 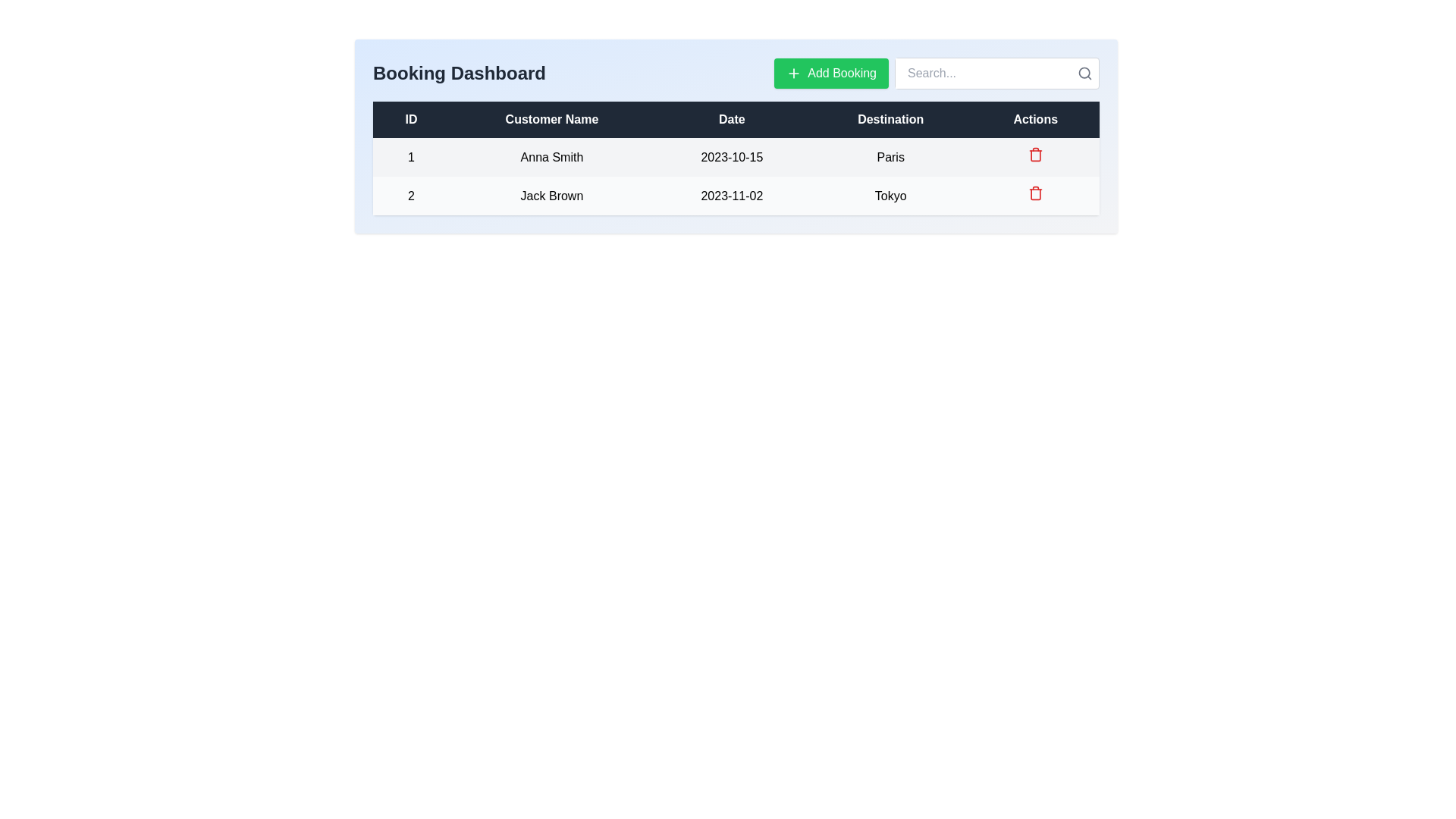 I want to click on the text label indicating the third column of the table, which contains dates, located between 'Customer Name' and 'Destination', so click(x=736, y=119).